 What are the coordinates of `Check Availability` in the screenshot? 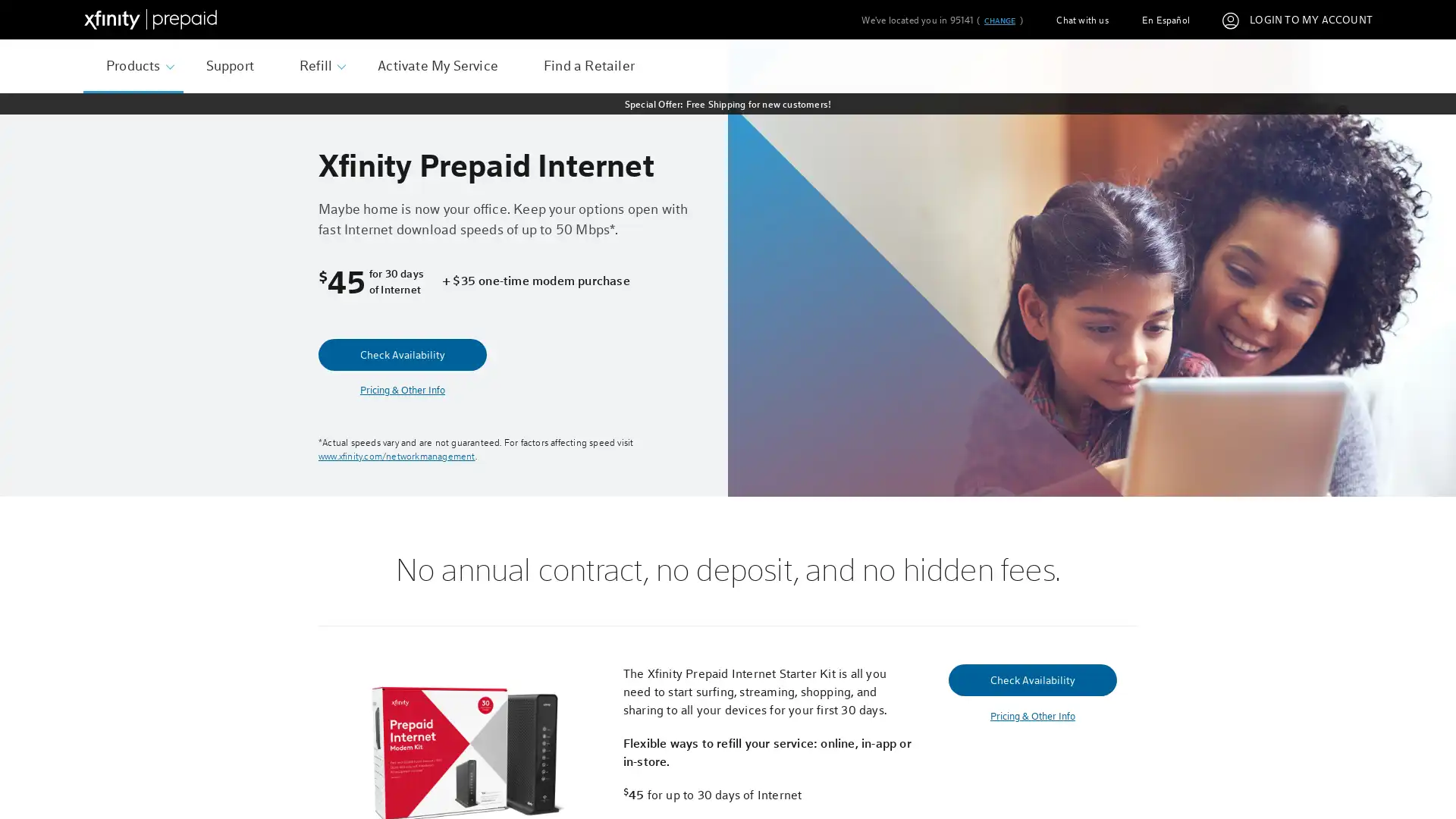 It's located at (1031, 678).